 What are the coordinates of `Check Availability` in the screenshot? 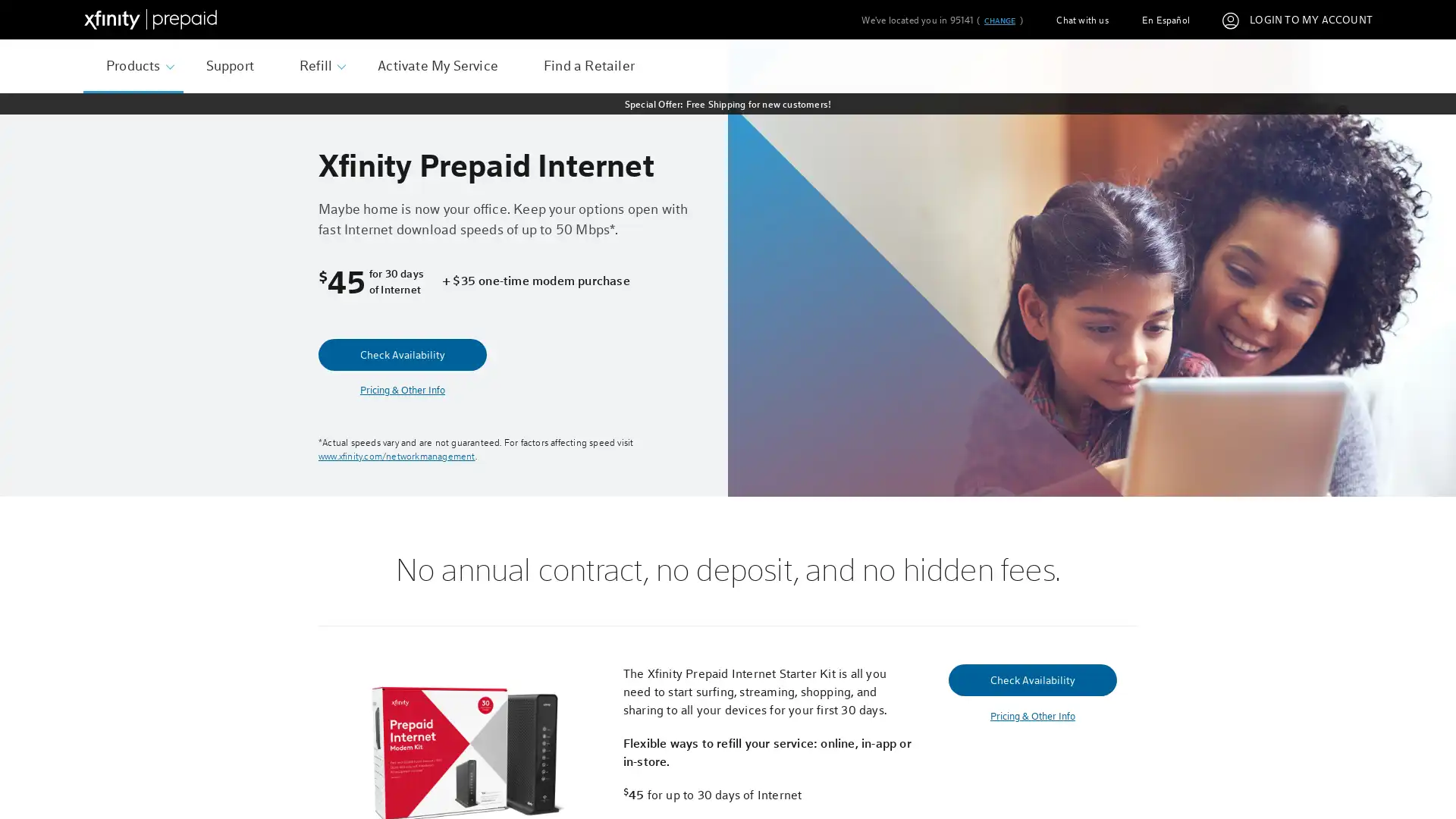 It's located at (1031, 678).